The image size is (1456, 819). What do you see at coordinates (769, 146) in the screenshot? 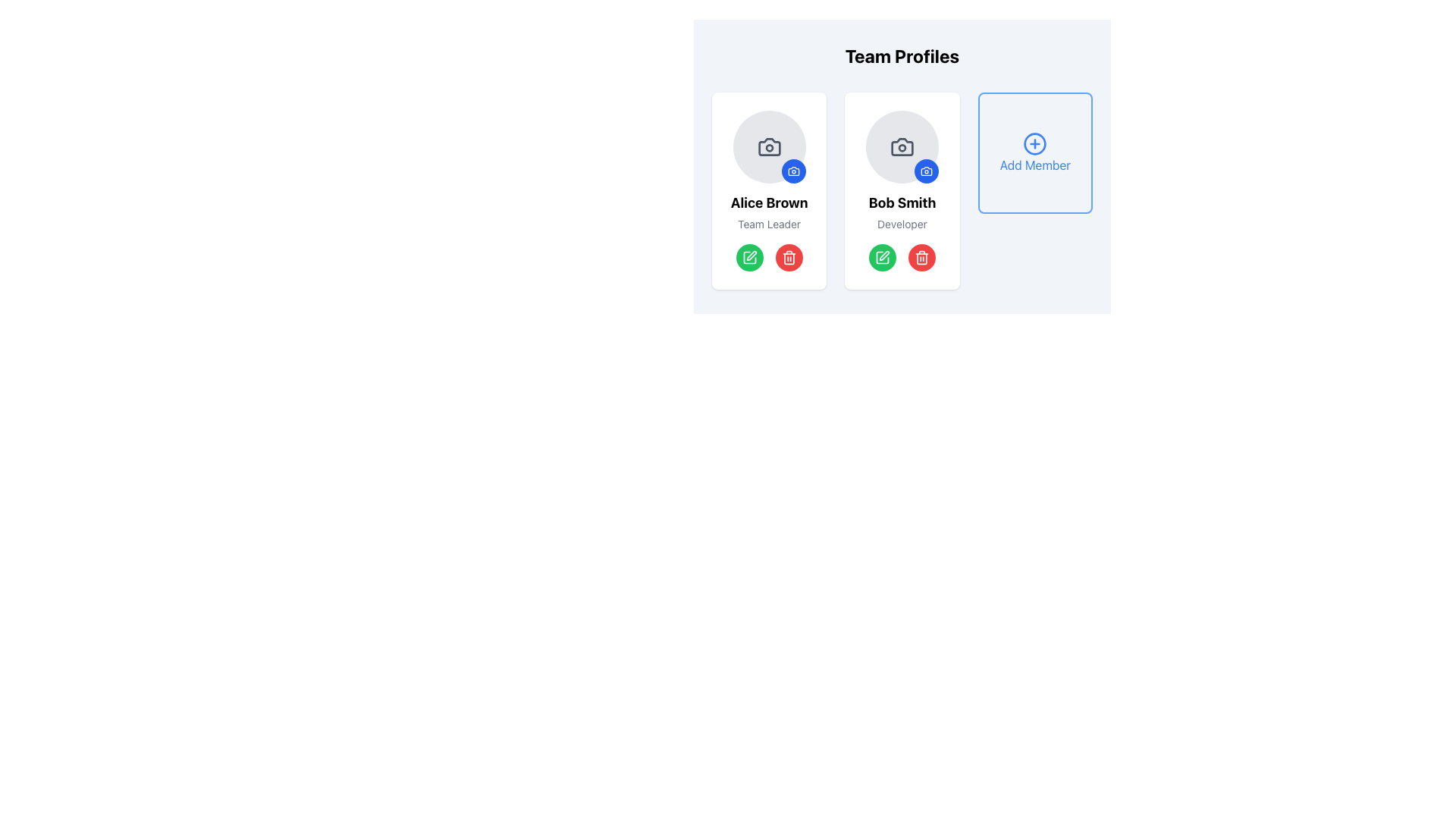
I see `the blue circular button with a white camera icon overlaying the gray circular placeholder in the profile picture section of Alice Brown's team member card to upload or change the profile picture` at bounding box center [769, 146].